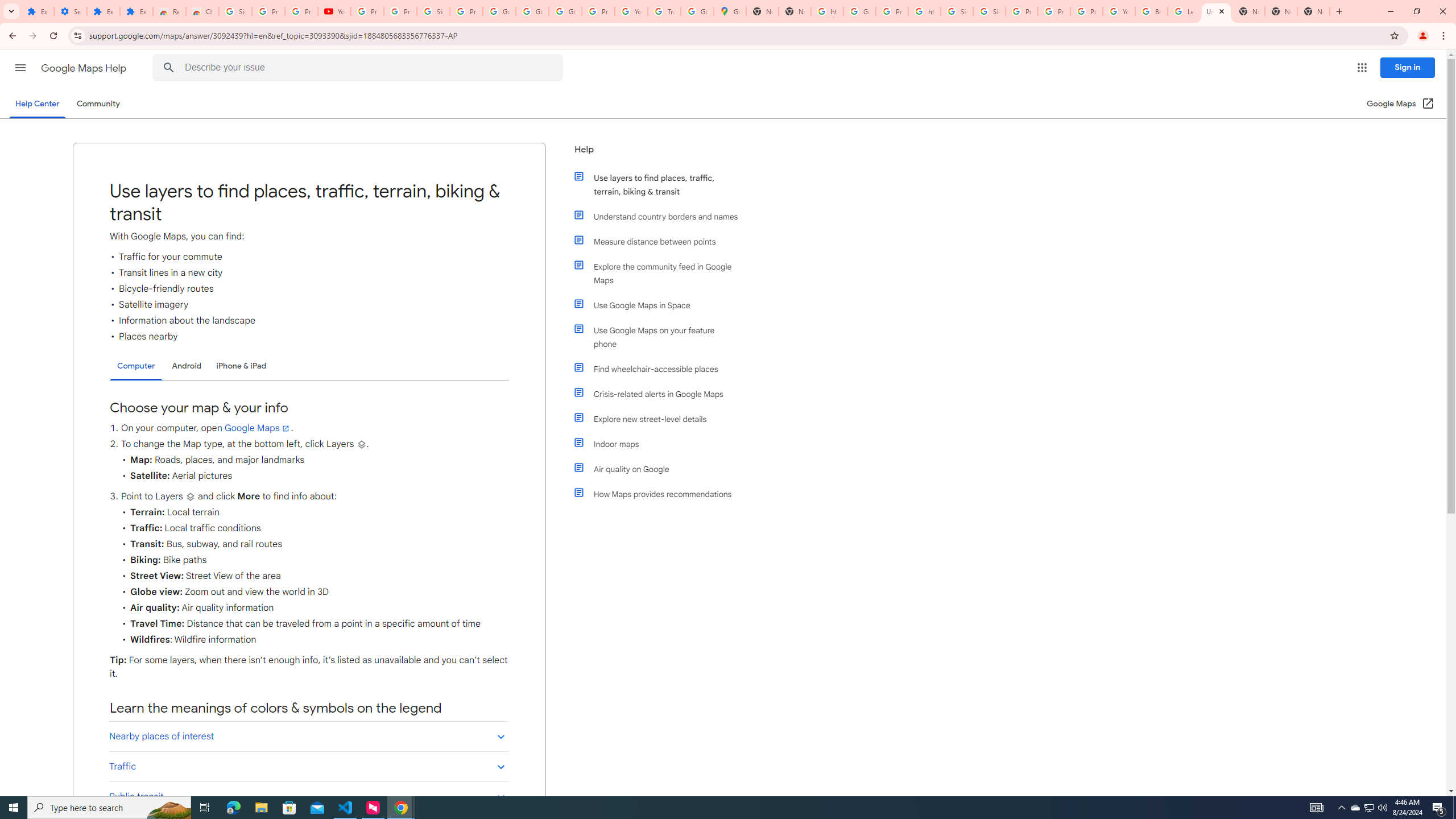  I want to click on 'Restore', so click(1416, 11).